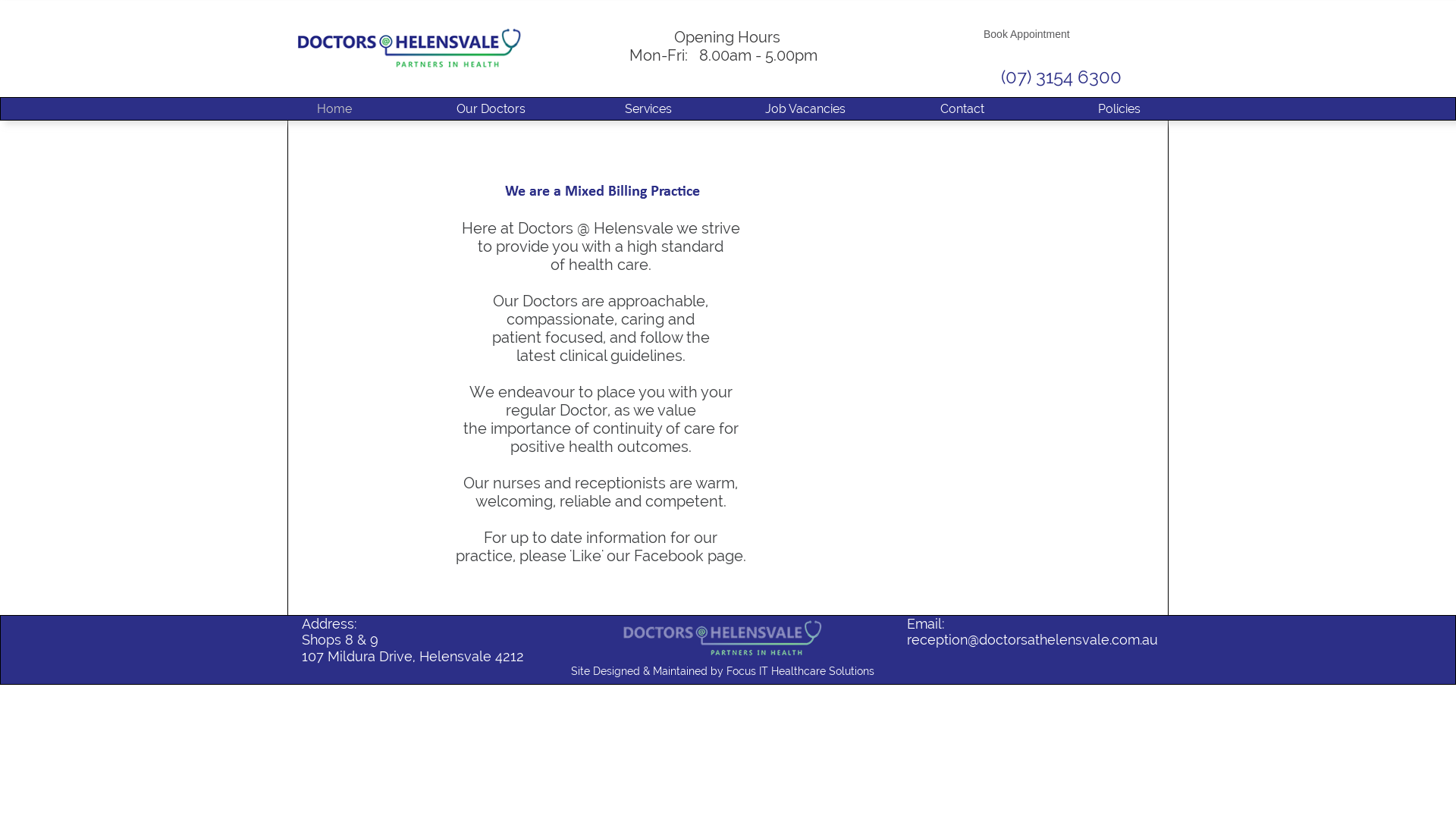 The width and height of the screenshot is (1456, 819). What do you see at coordinates (491, 108) in the screenshot?
I see `'Our Doctors'` at bounding box center [491, 108].